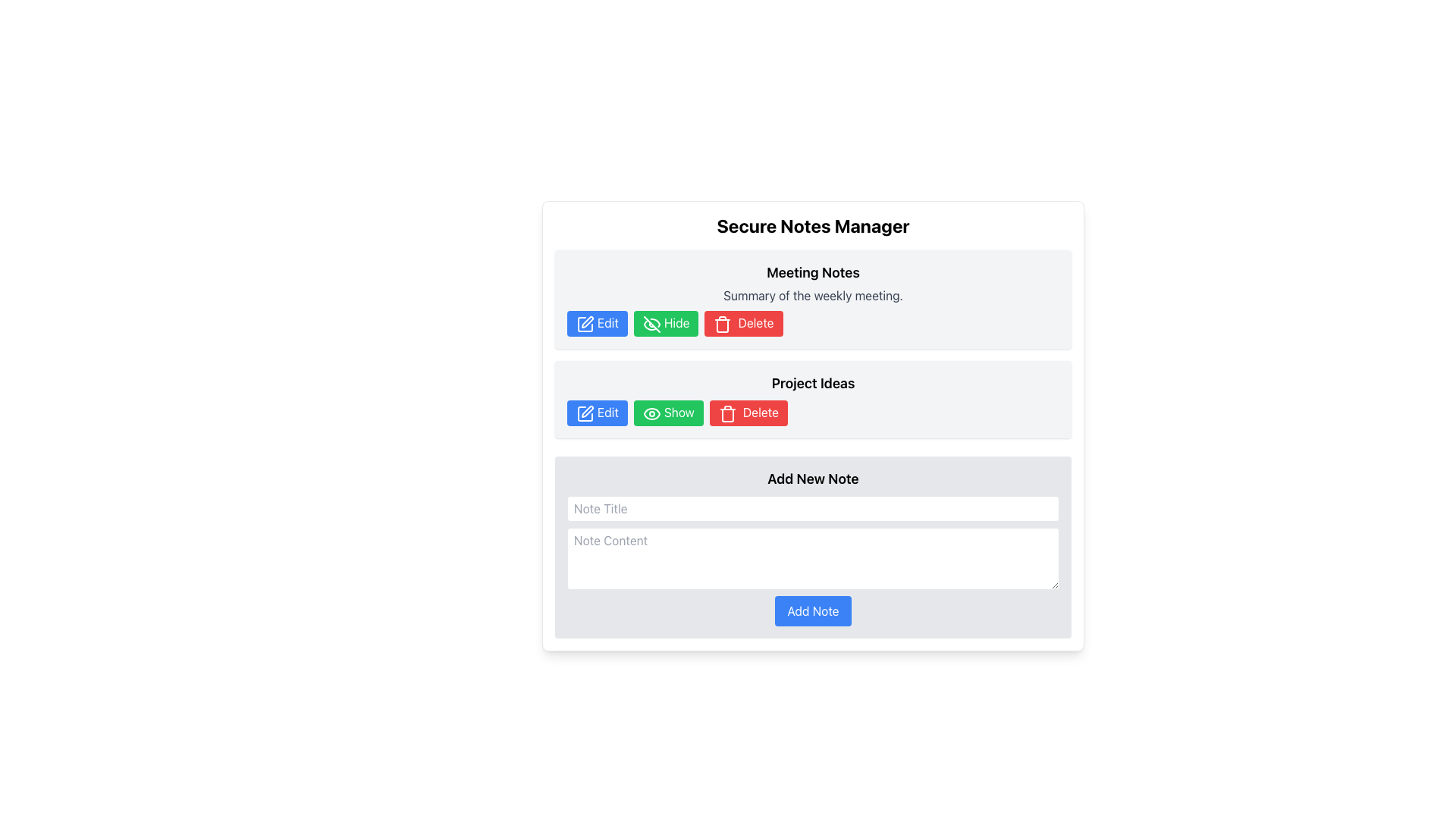  What do you see at coordinates (585, 413) in the screenshot?
I see `the decorative icon graphic that is part of the 'Edit' button located in the 'Project Ideas' section` at bounding box center [585, 413].